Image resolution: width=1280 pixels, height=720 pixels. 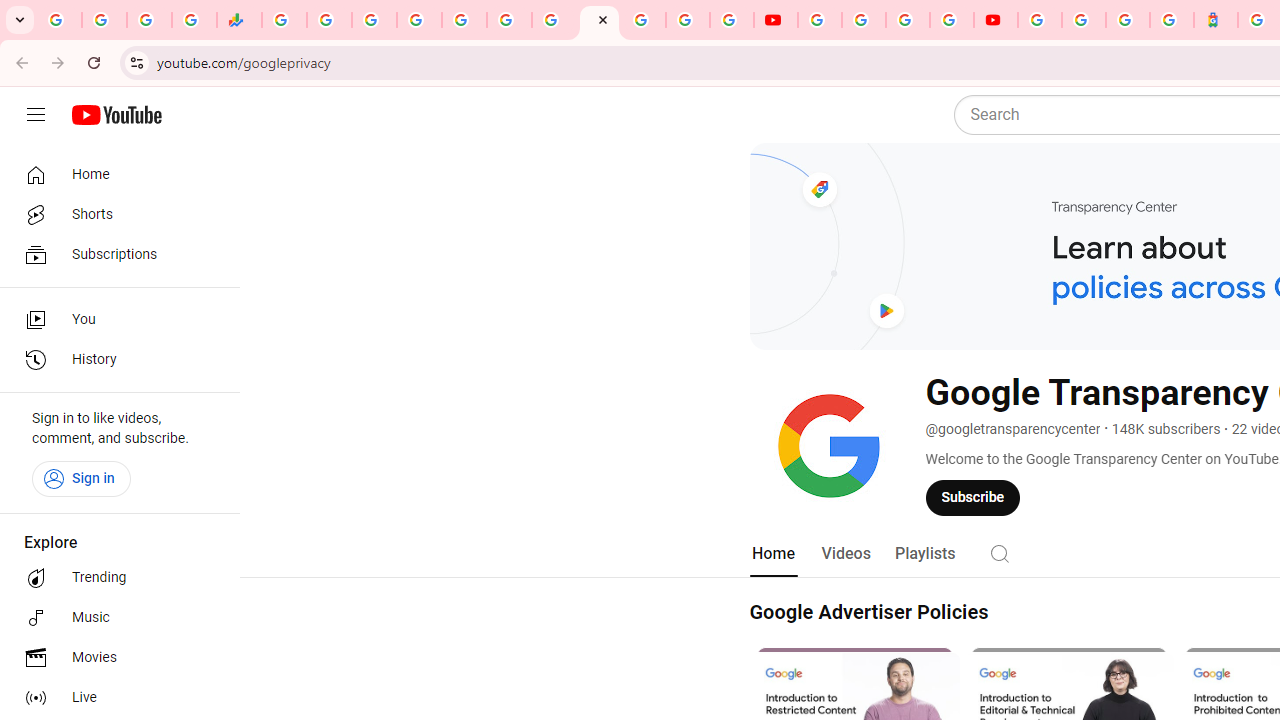 What do you see at coordinates (1215, 20) in the screenshot?
I see `'Atour Hotel - Google hotels'` at bounding box center [1215, 20].